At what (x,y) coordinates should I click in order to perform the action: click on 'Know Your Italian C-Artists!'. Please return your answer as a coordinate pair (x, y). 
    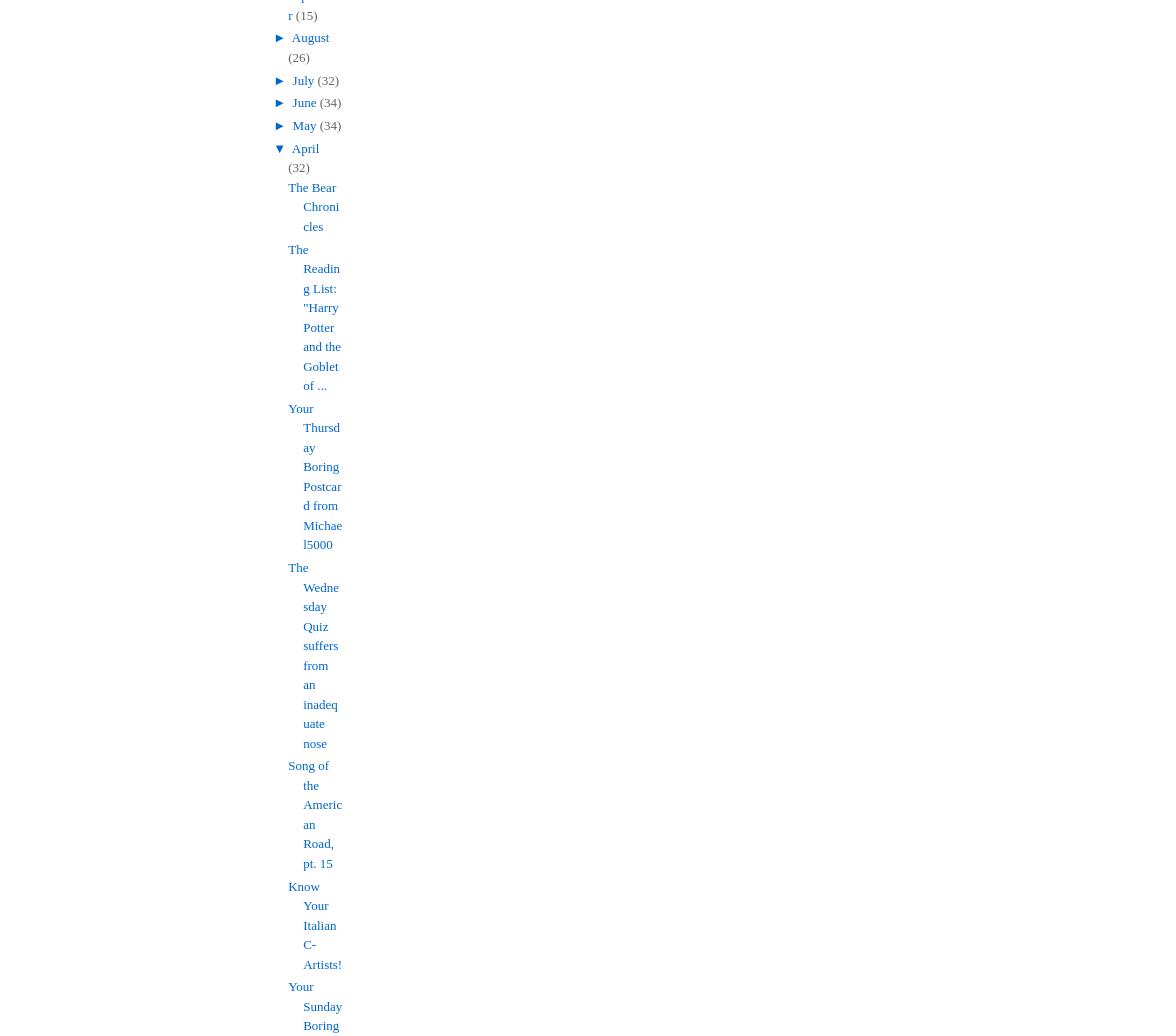
    Looking at the image, I should click on (288, 924).